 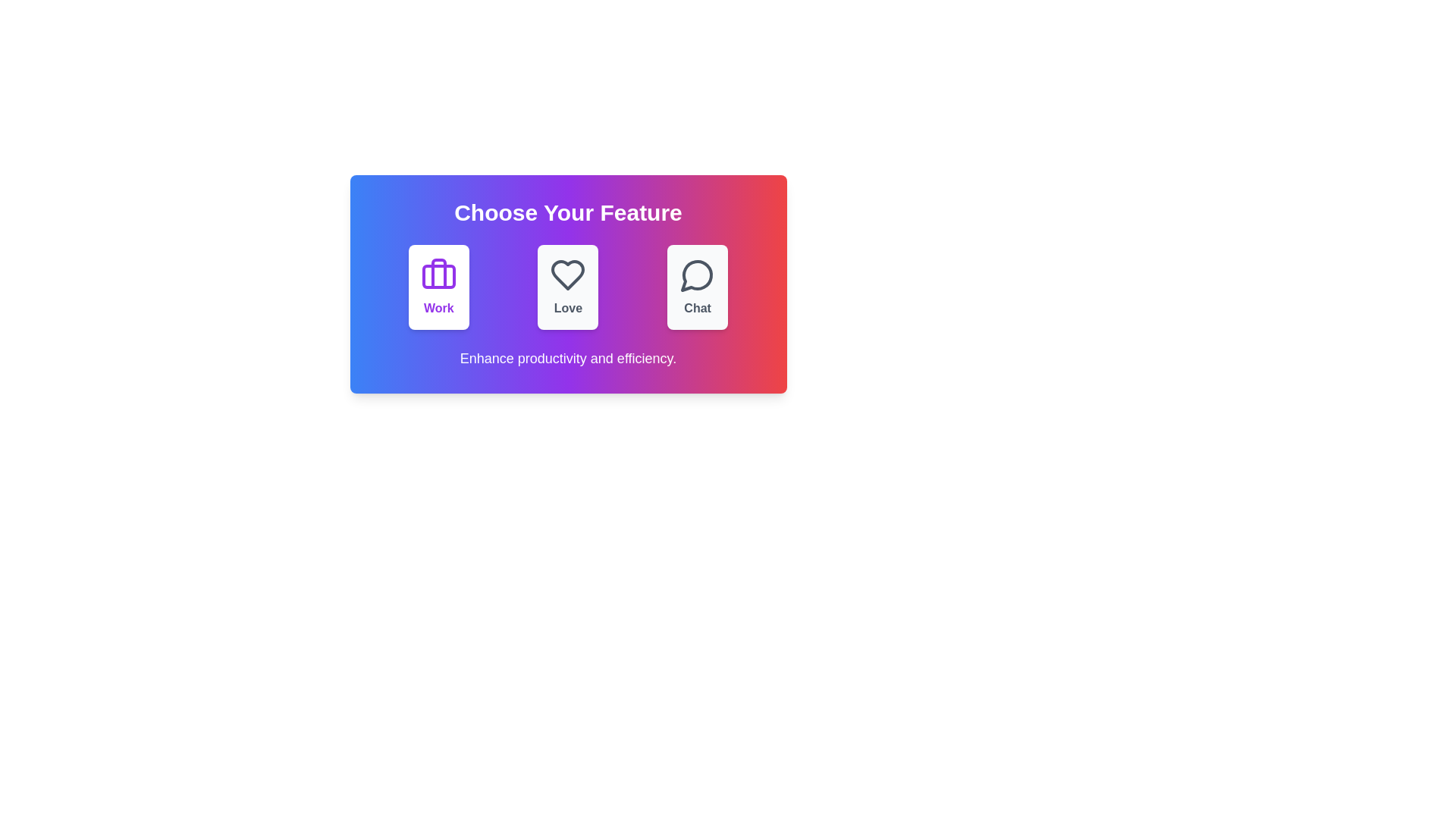 I want to click on the button labeled Chat to select the corresponding feature, so click(x=697, y=287).